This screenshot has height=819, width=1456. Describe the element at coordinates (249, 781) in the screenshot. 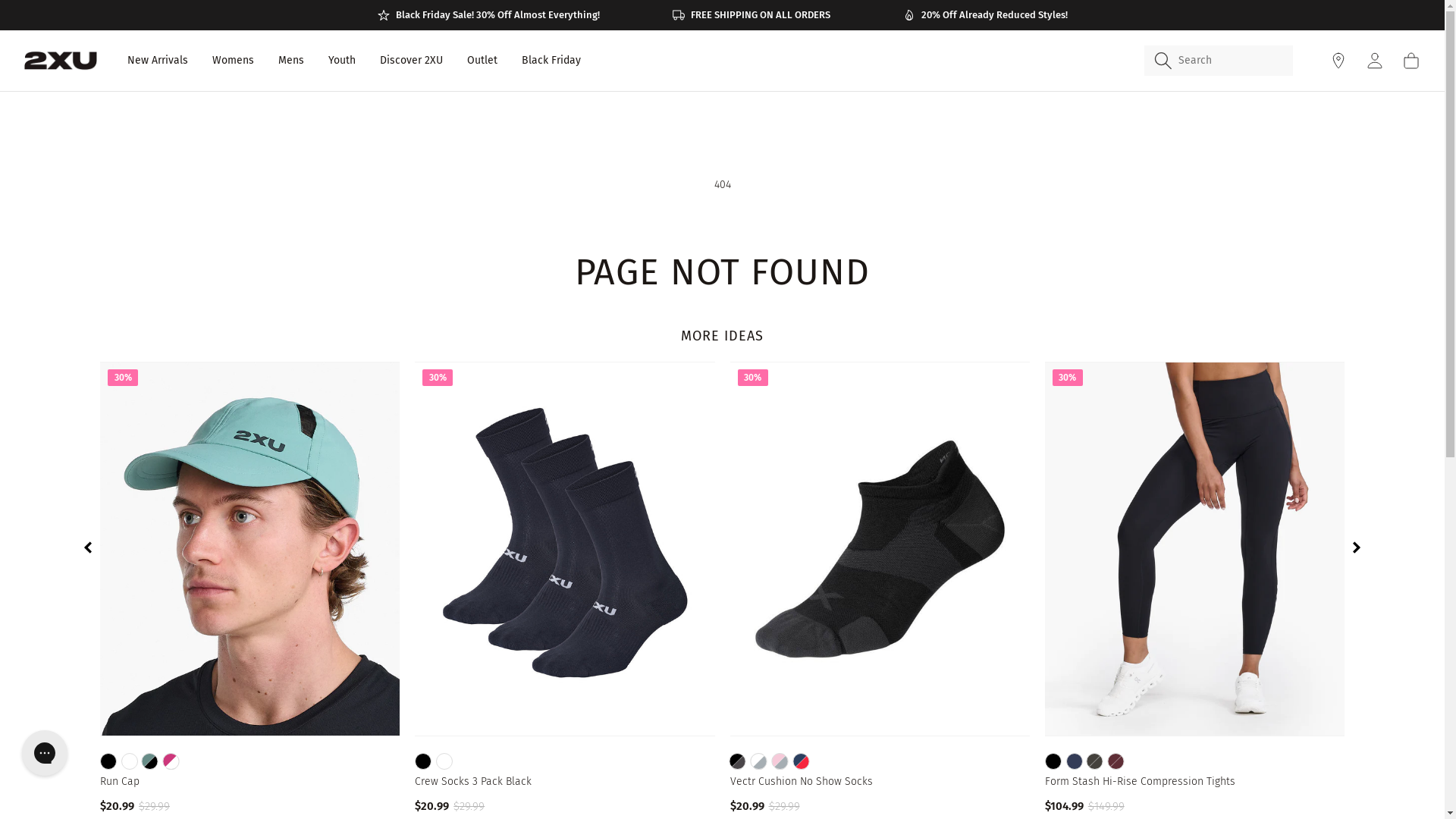

I see `'Run Cap'` at that location.